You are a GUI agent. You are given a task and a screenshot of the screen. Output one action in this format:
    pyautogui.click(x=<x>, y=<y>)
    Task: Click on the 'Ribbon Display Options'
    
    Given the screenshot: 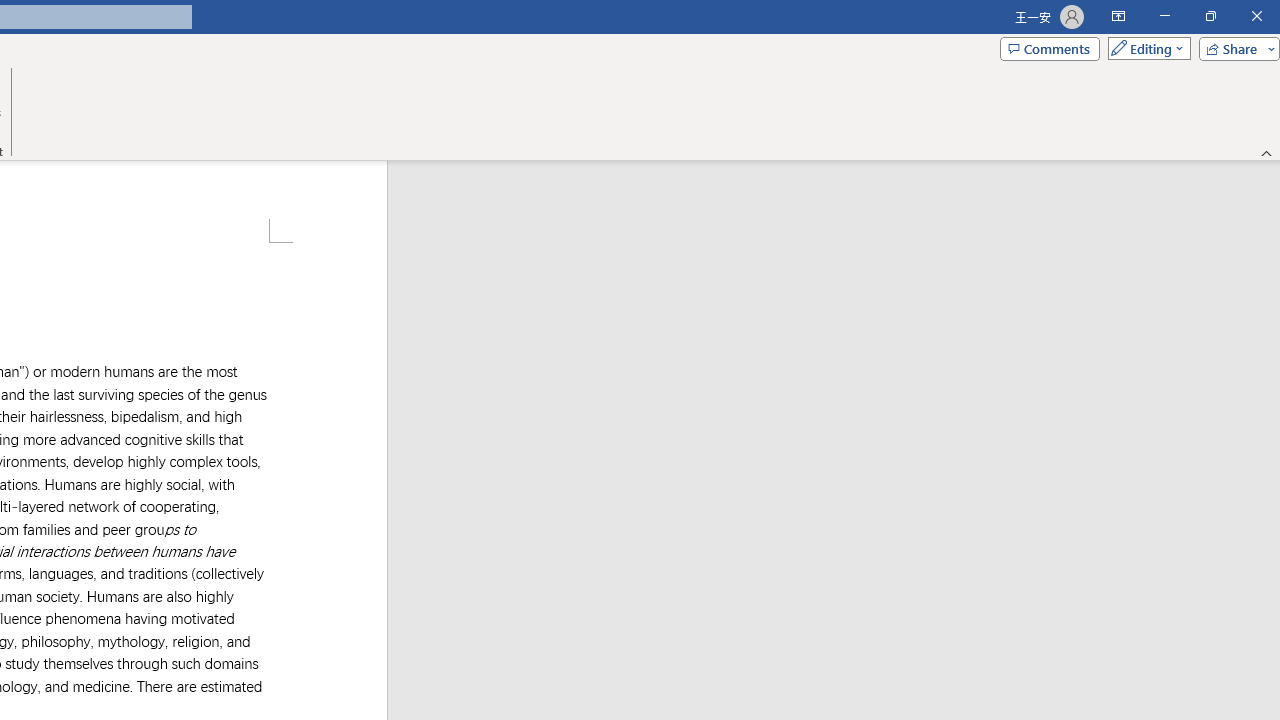 What is the action you would take?
    pyautogui.click(x=1117, y=16)
    